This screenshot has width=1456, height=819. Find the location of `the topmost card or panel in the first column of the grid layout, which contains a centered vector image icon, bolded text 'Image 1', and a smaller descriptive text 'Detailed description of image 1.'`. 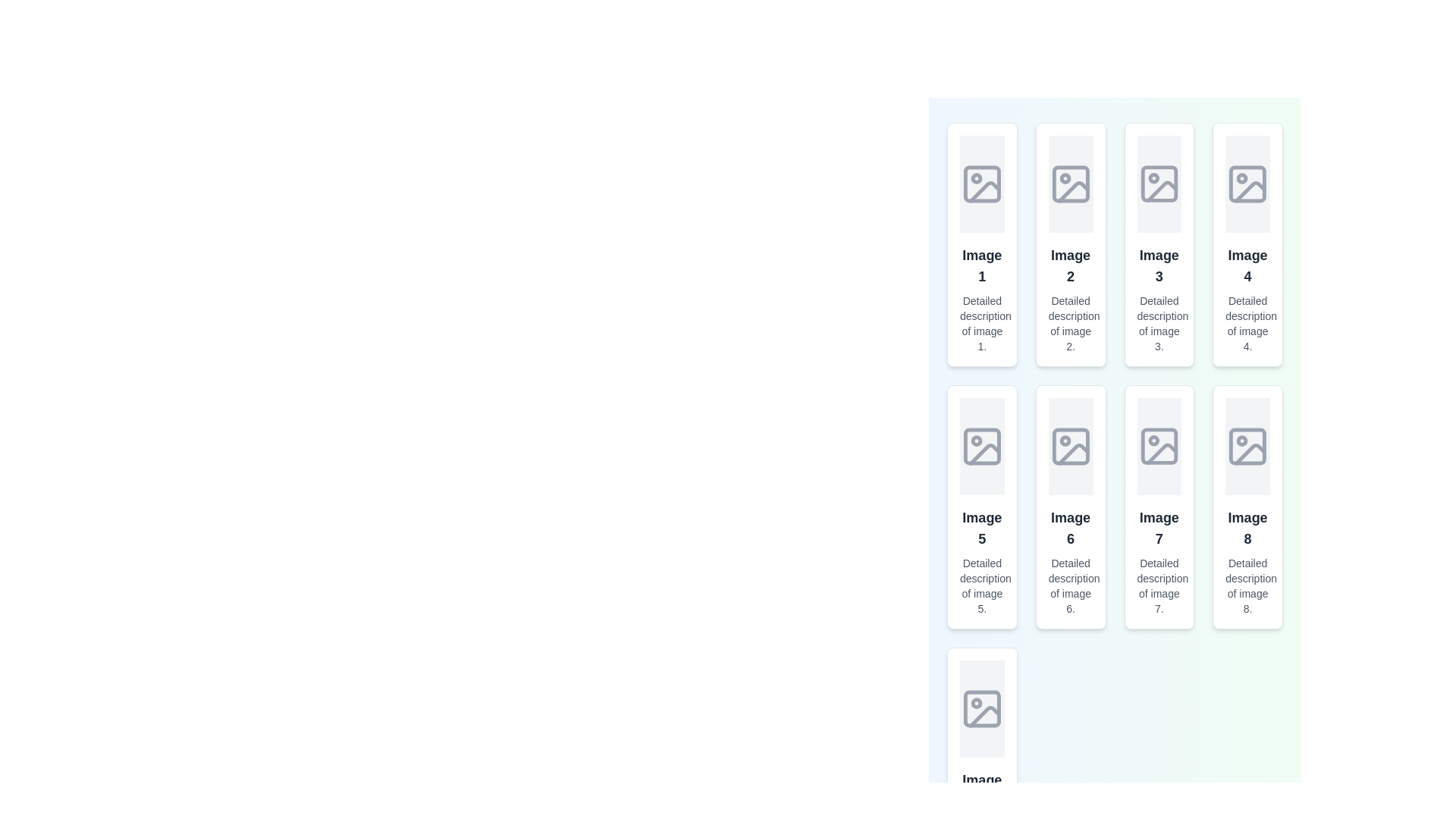

the topmost card or panel in the first column of the grid layout, which contains a centered vector image icon, bolded text 'Image 1', and a smaller descriptive text 'Detailed description of image 1.' is located at coordinates (982, 244).